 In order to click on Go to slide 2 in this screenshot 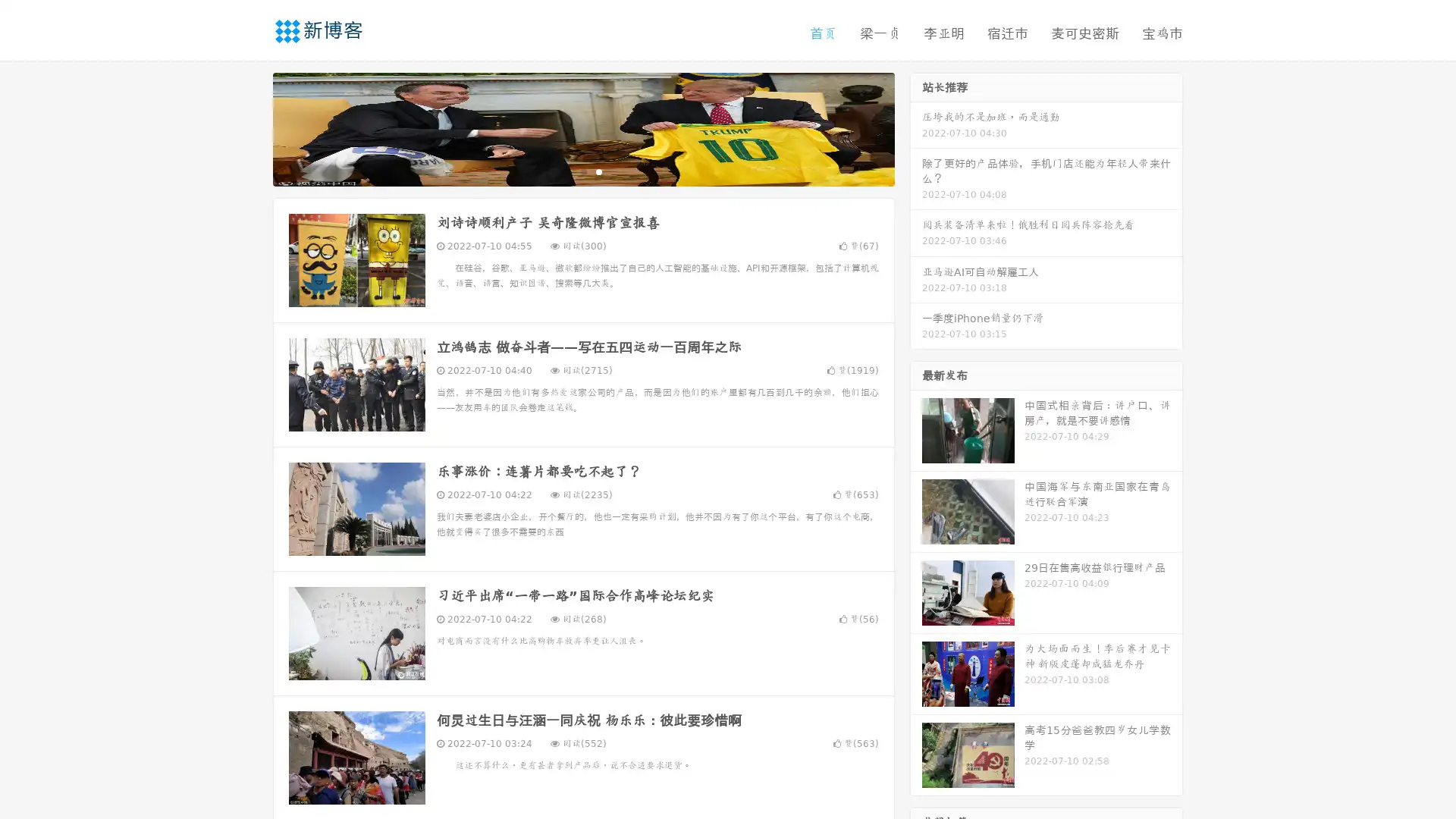, I will do `click(582, 171)`.